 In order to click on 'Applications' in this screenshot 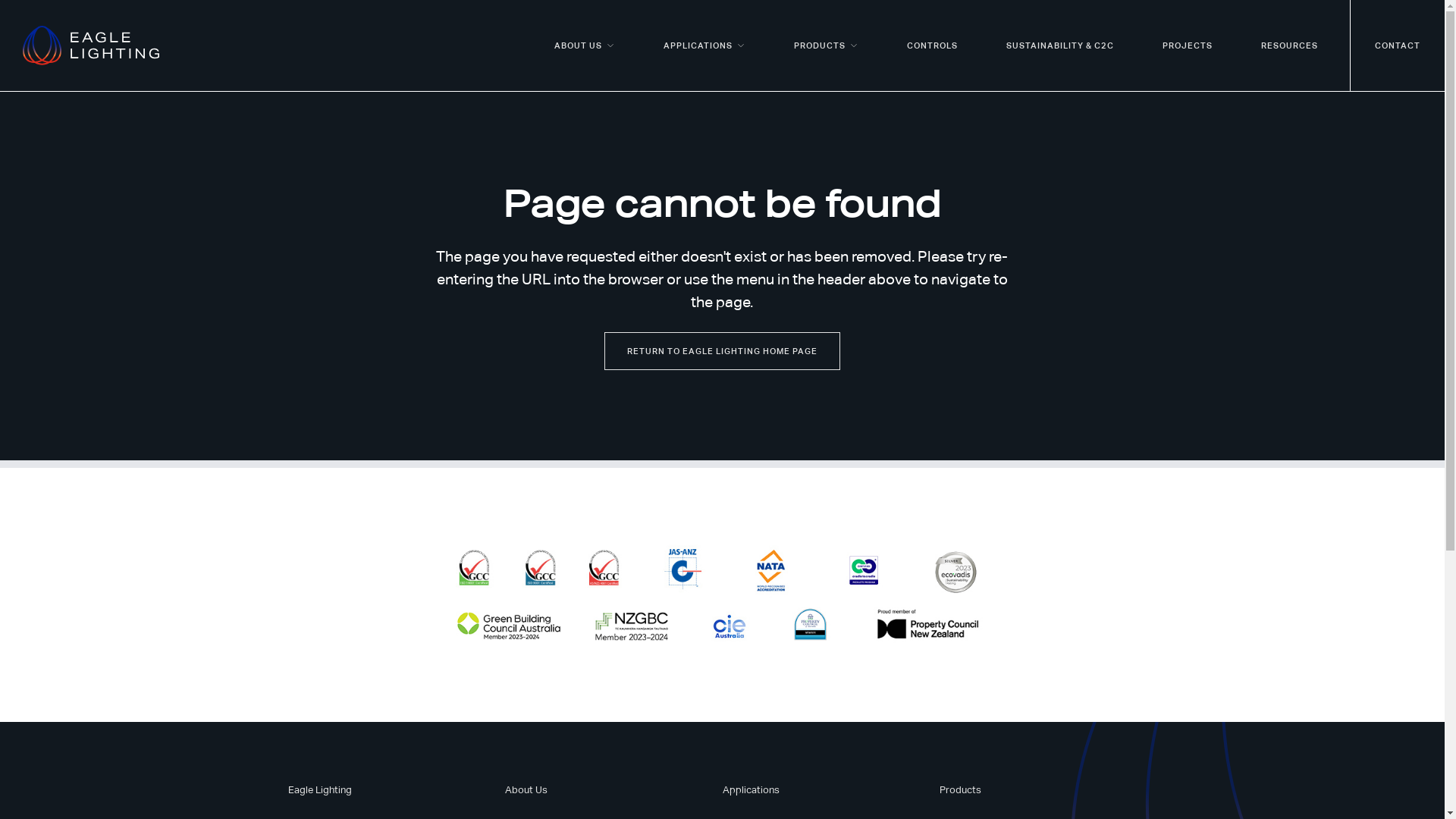, I will do `click(720, 789)`.